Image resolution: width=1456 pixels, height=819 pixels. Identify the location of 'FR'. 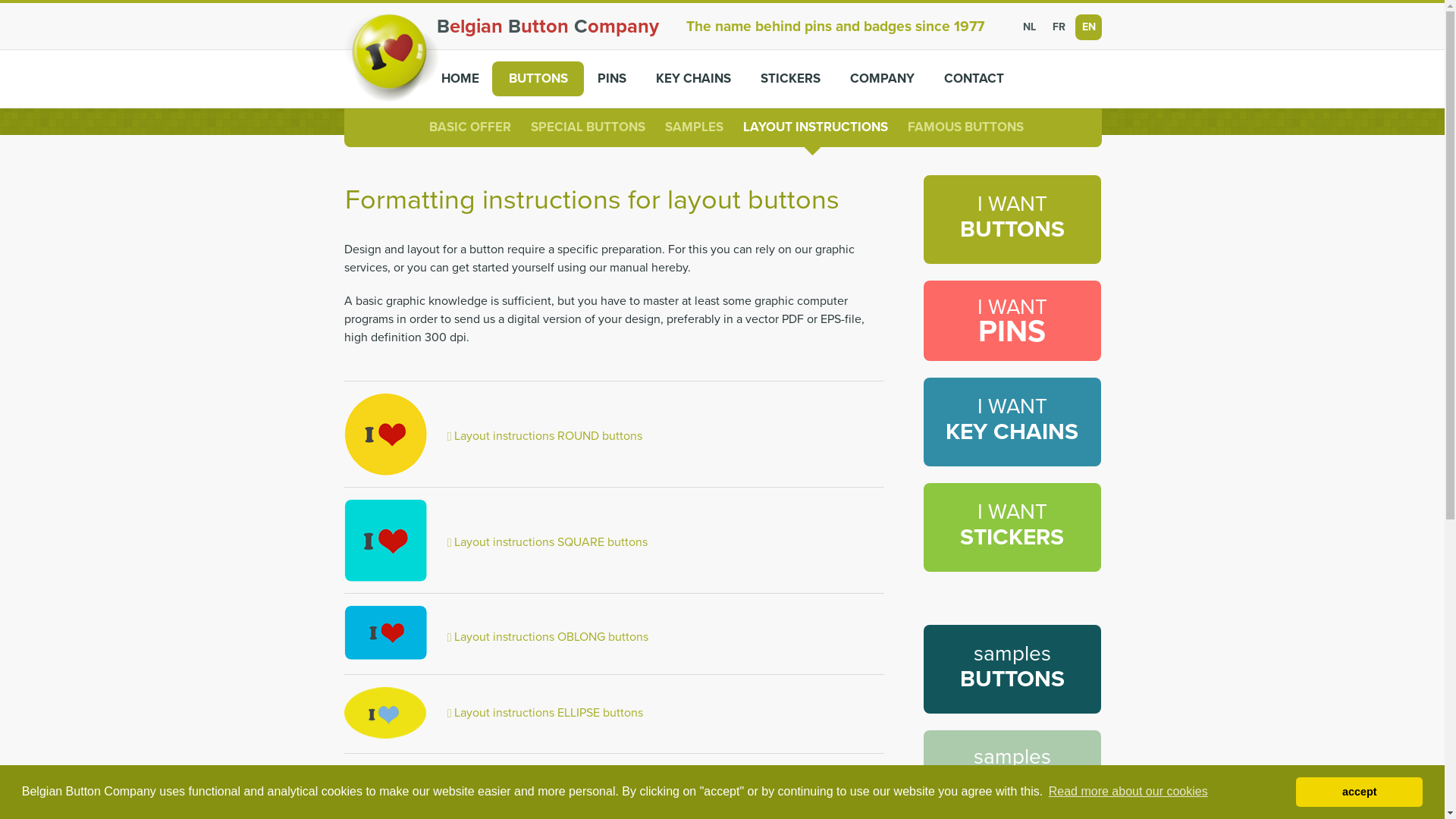
(1057, 27).